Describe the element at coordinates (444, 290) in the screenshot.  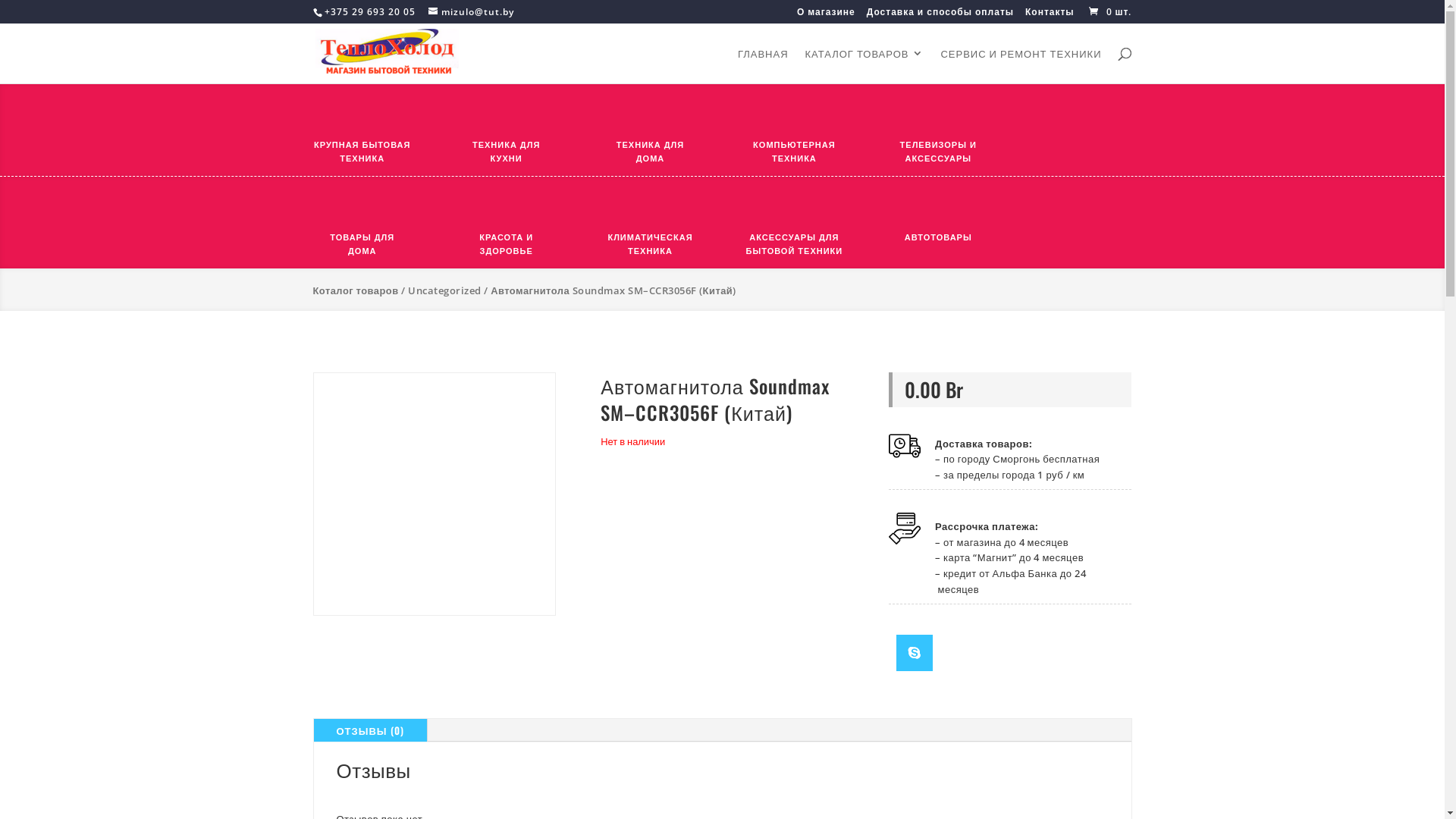
I see `'Uncategorized'` at that location.